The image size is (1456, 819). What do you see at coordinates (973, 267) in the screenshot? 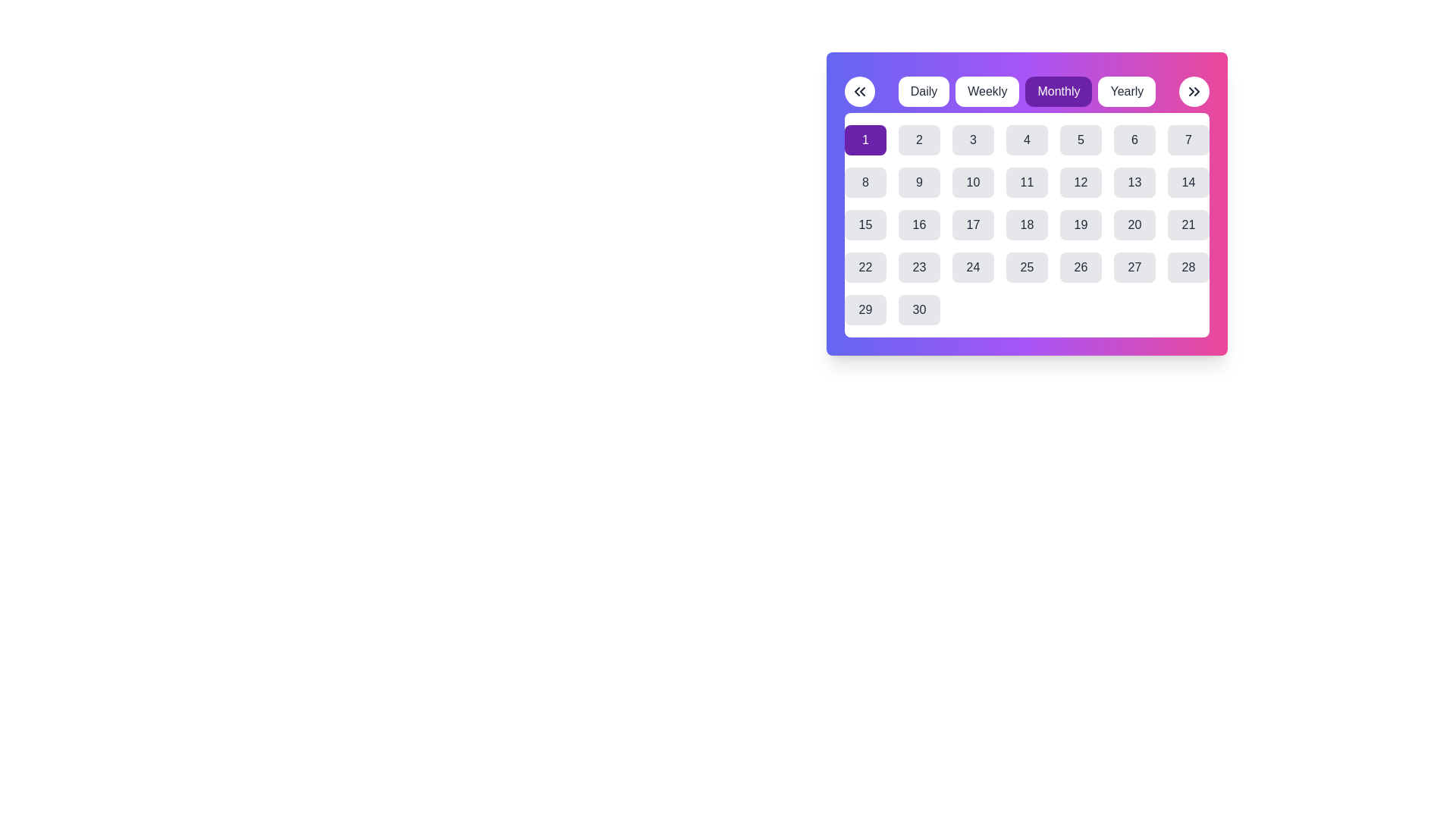
I see `the button displaying the number '24' located in the fifth row and fourth column of the calendar-style grid` at bounding box center [973, 267].